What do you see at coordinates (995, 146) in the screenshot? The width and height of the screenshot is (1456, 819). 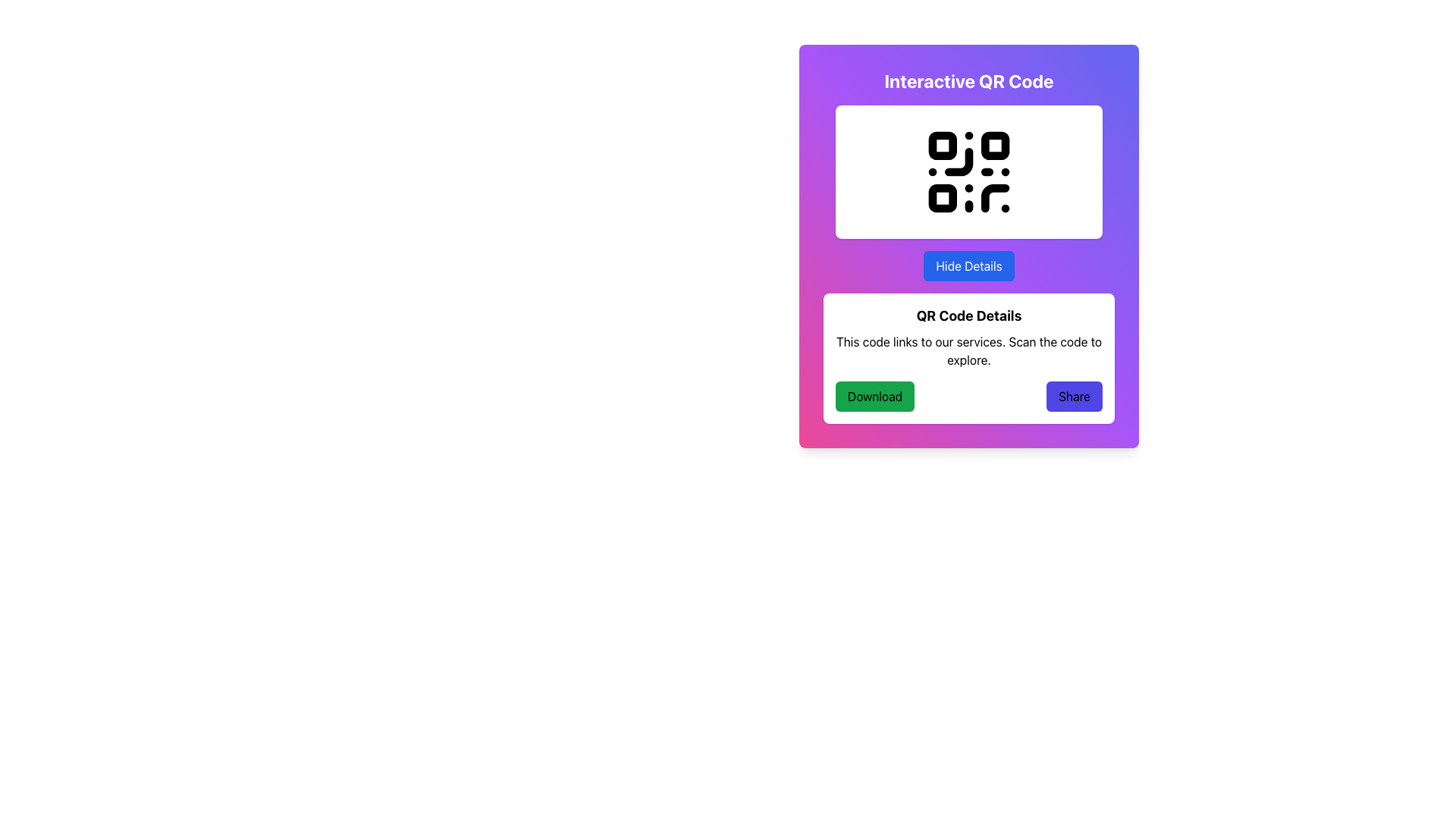 I see `the second square in the top row of the QR code, which contributes to its overall representation and functionality` at bounding box center [995, 146].